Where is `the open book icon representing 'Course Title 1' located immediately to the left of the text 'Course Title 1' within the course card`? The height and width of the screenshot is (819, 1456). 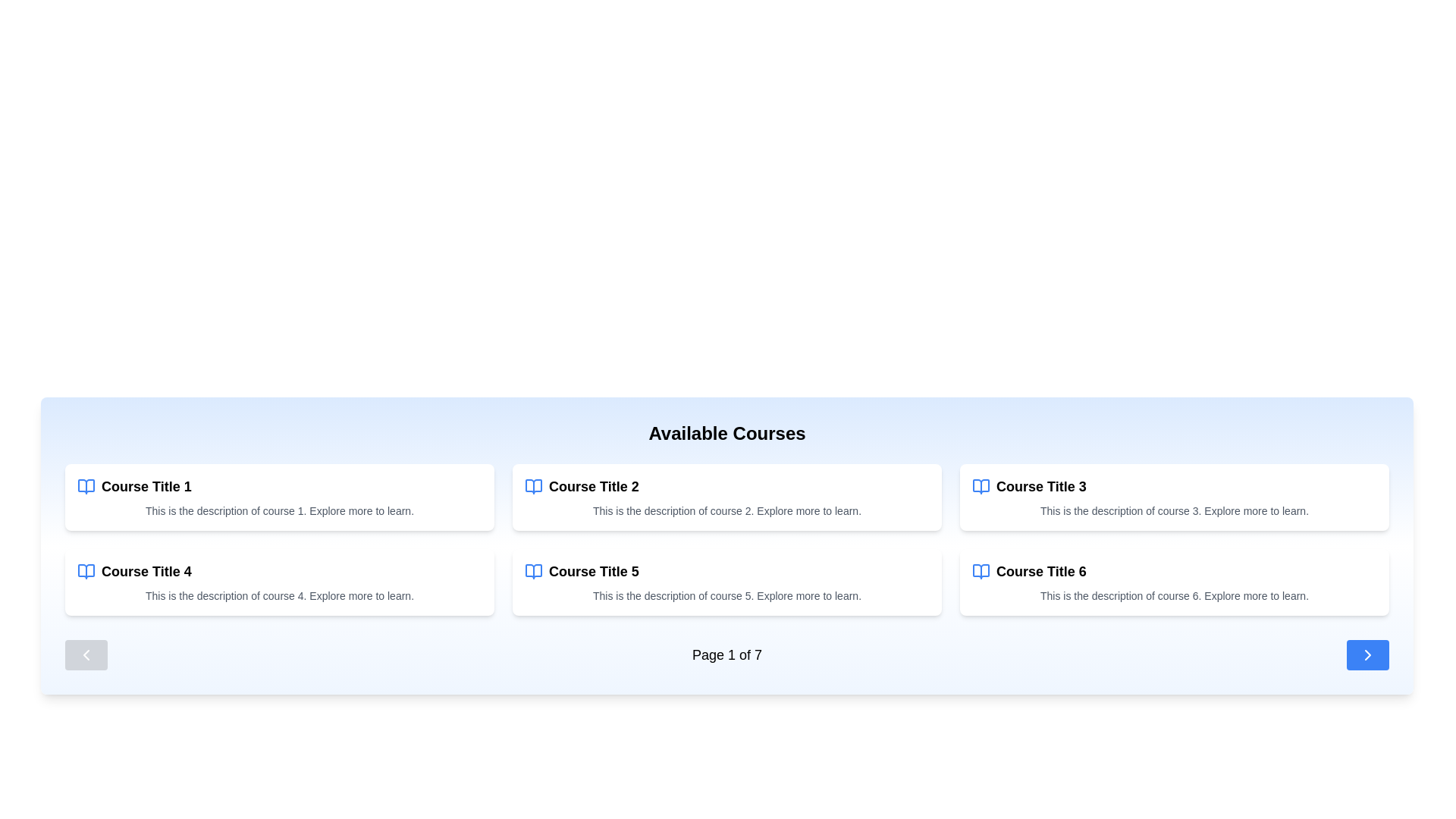
the open book icon representing 'Course Title 1' located immediately to the left of the text 'Course Title 1' within the course card is located at coordinates (86, 486).